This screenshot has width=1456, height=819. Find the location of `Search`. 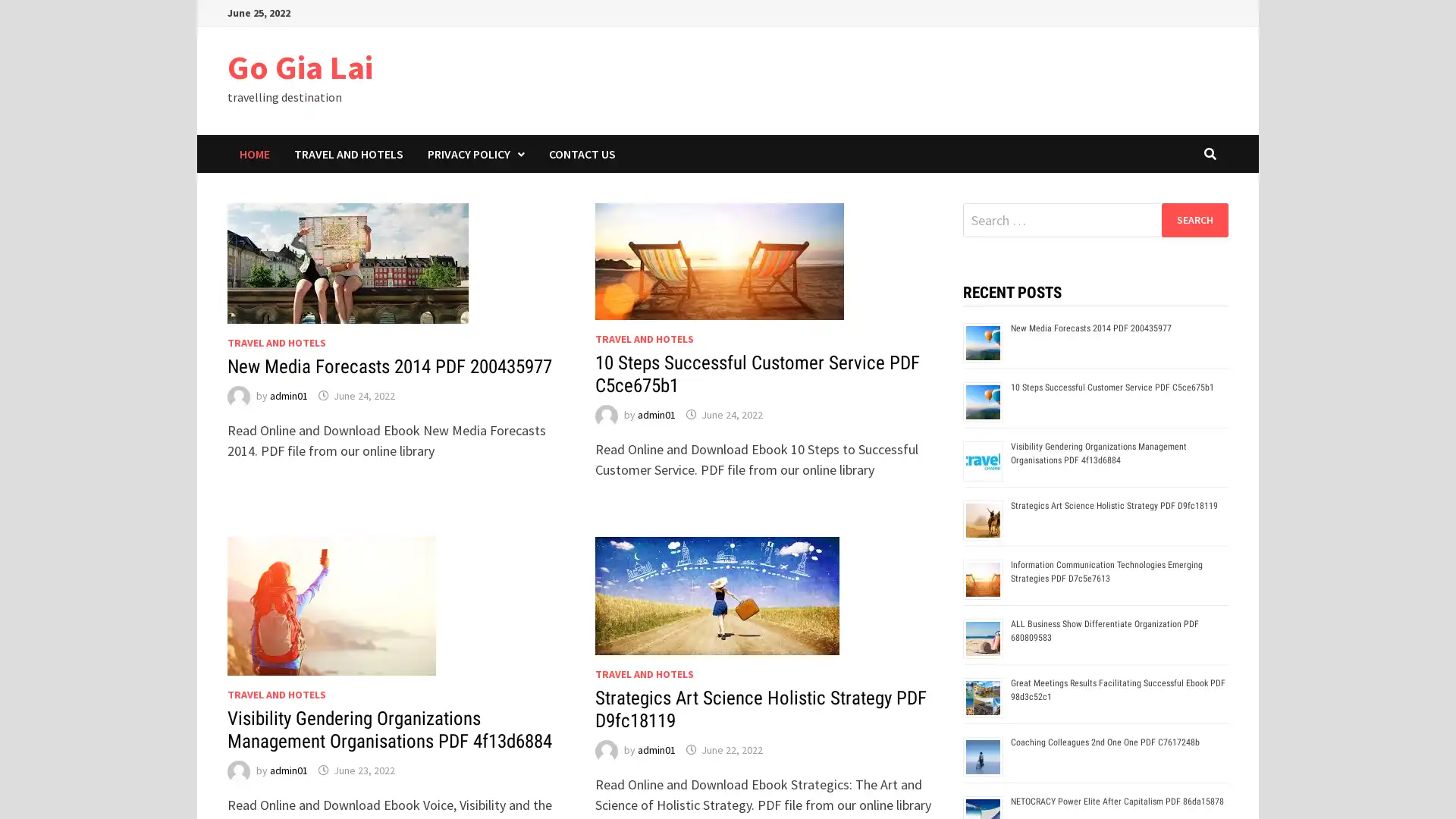

Search is located at coordinates (1194, 219).